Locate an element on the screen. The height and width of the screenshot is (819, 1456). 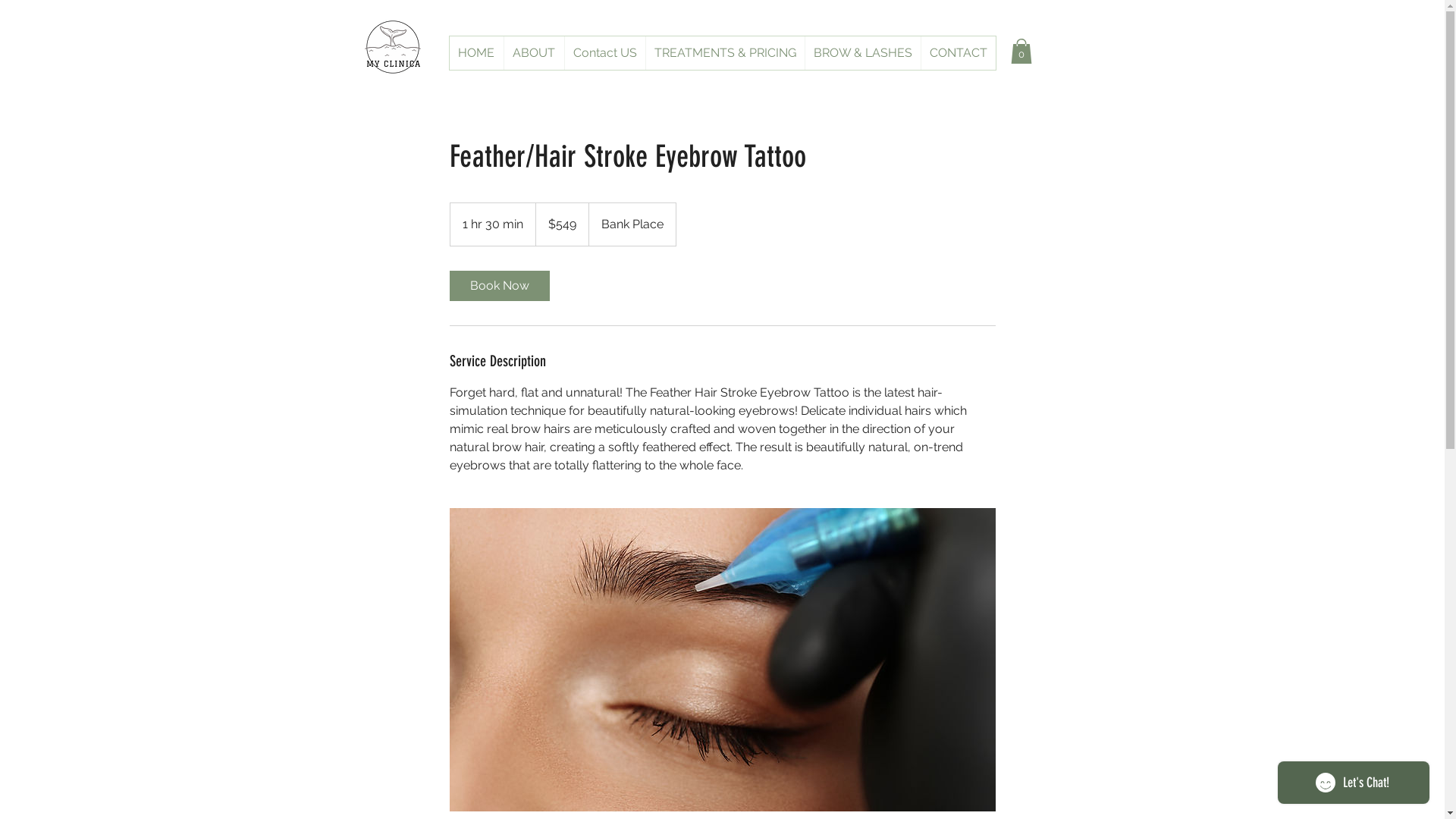
'CONTACT' is located at coordinates (957, 52).